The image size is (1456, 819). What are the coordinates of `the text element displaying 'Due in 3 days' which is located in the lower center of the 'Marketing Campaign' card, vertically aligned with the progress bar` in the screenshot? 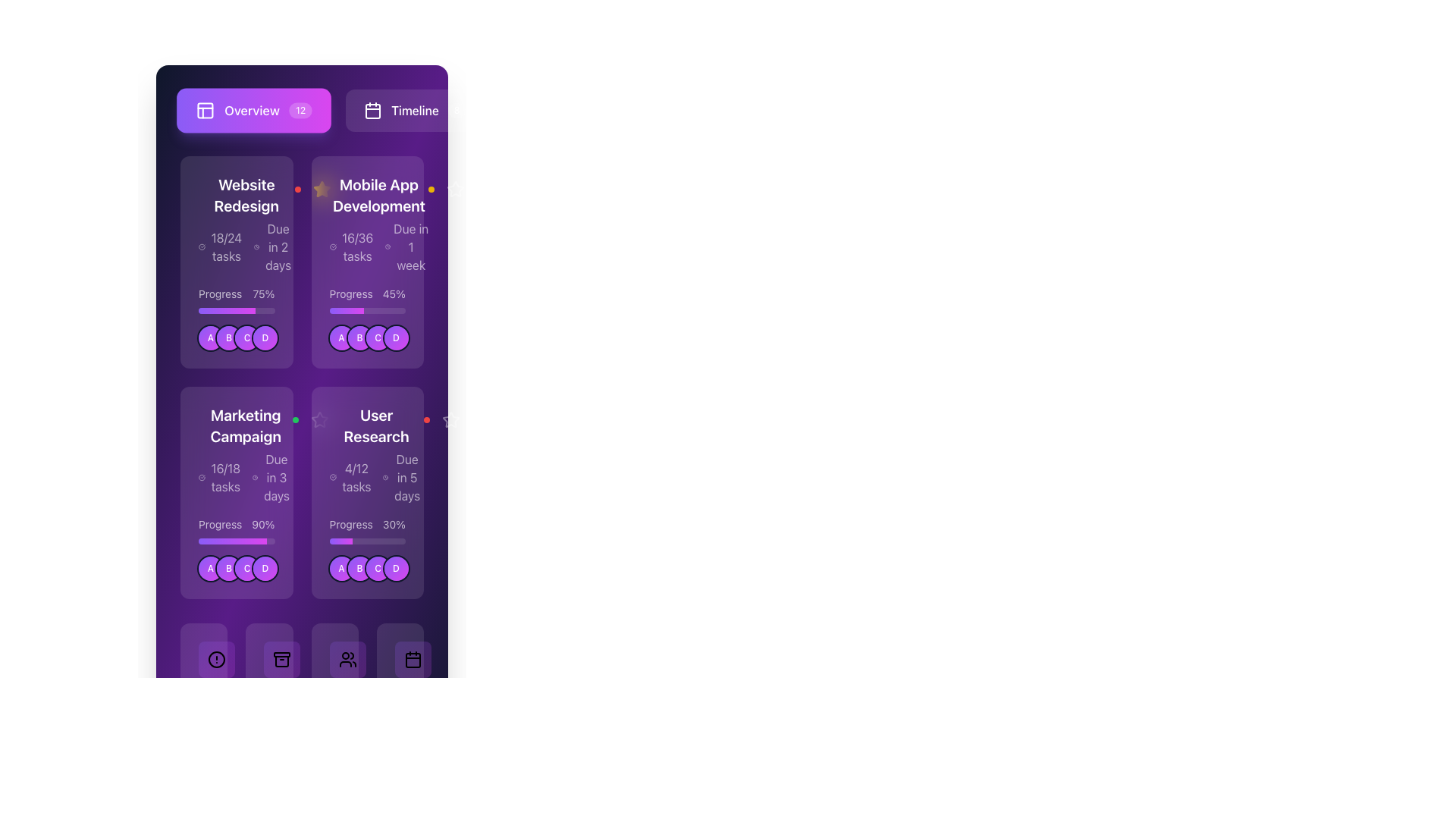 It's located at (276, 476).